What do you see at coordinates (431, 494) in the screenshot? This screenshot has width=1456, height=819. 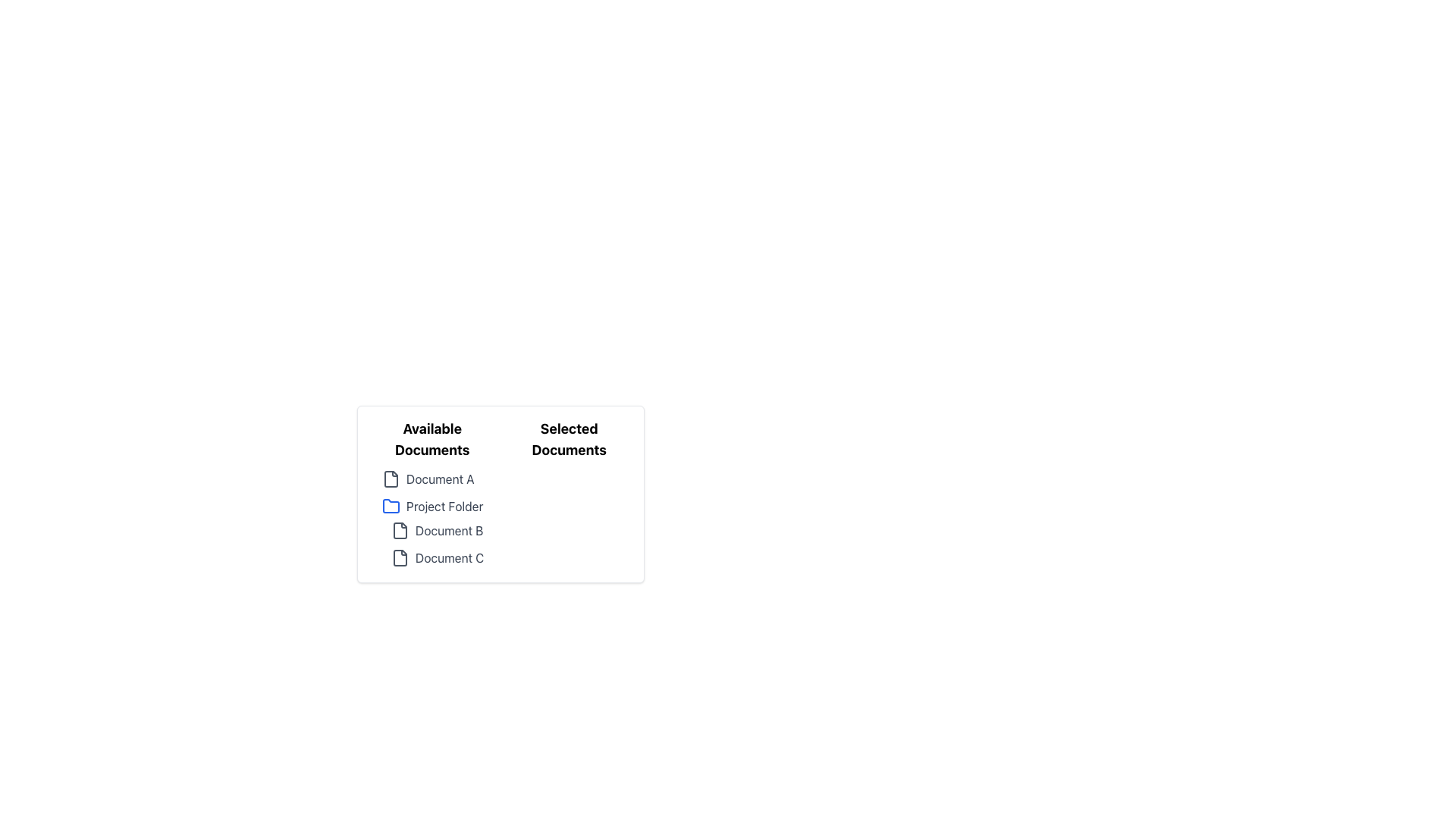 I see `the 'Available Documents' list component` at bounding box center [431, 494].